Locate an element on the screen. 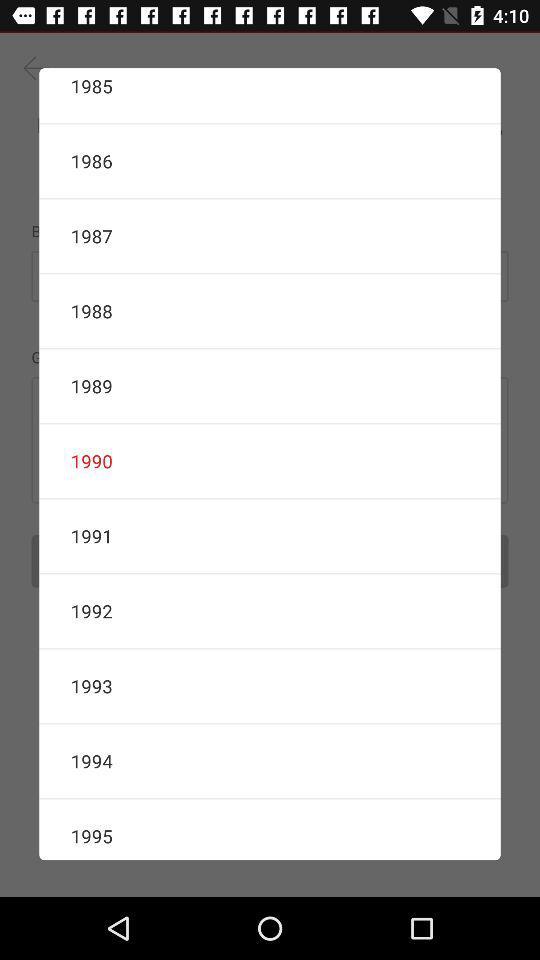 This screenshot has height=960, width=540. the icon below 1989 item is located at coordinates (270, 461).